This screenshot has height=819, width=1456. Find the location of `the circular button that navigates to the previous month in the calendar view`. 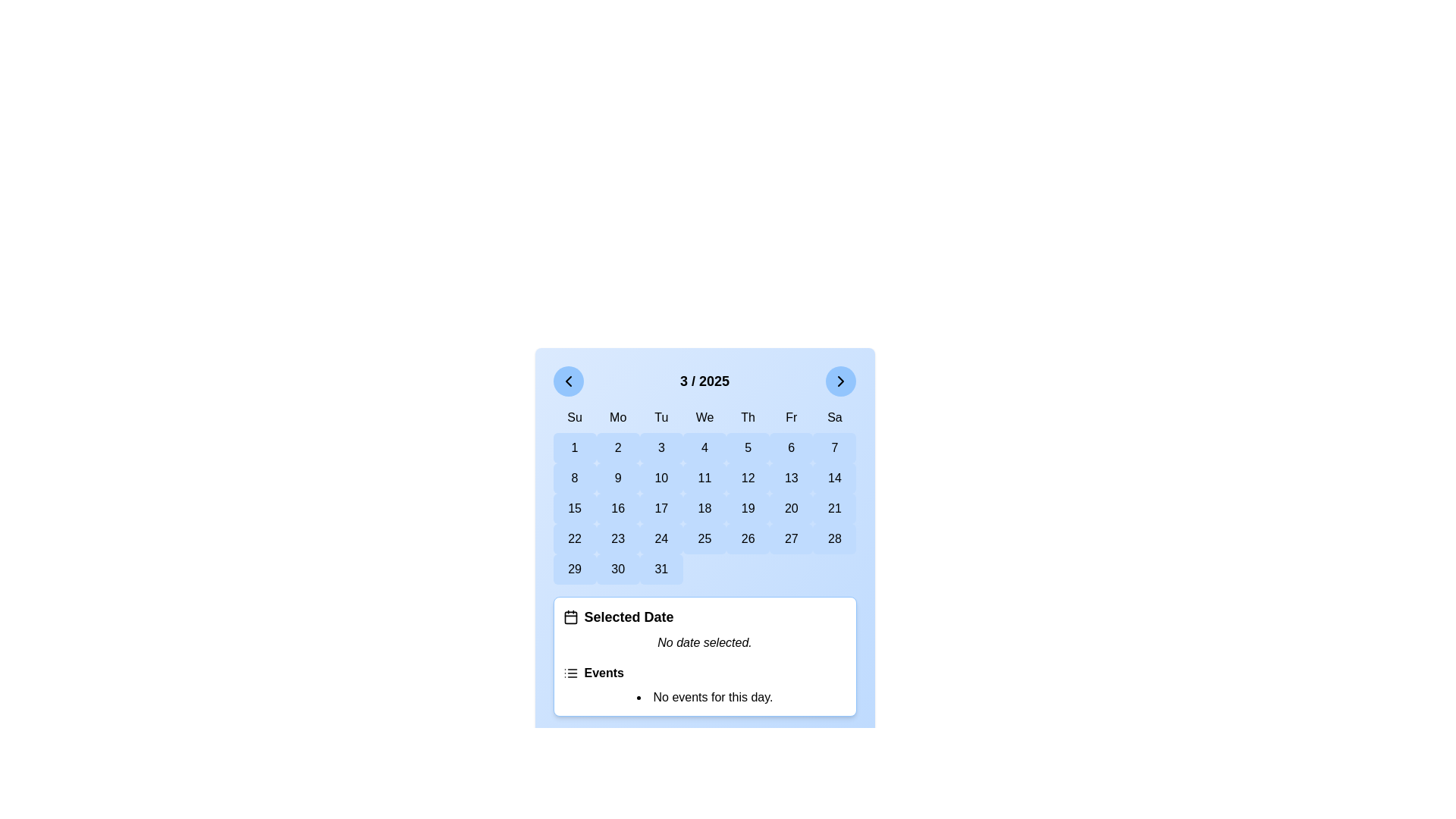

the circular button that navigates to the previous month in the calendar view is located at coordinates (567, 380).